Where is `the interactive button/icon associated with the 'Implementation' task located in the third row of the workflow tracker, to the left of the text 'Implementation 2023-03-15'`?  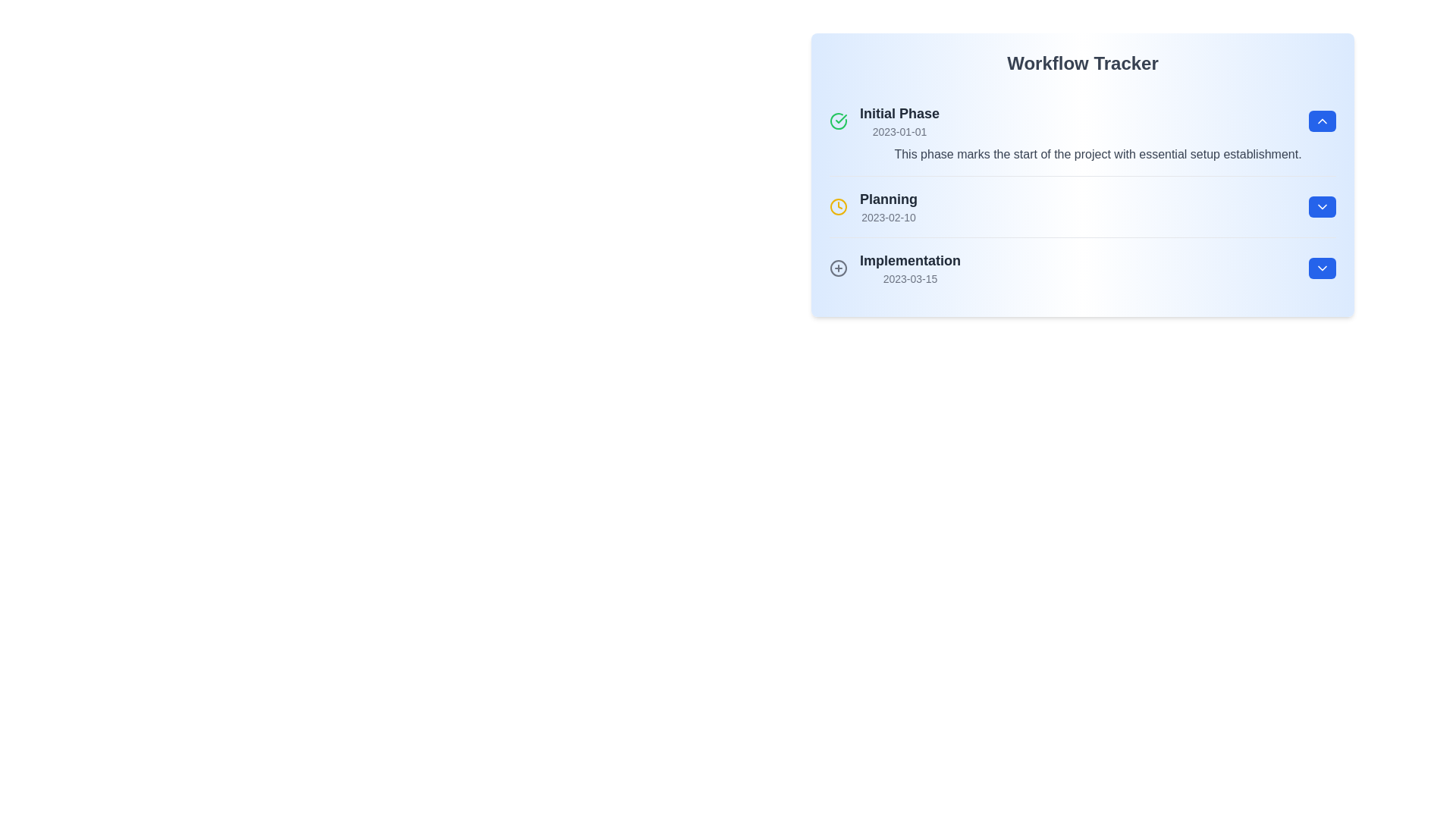
the interactive button/icon associated with the 'Implementation' task located in the third row of the workflow tracker, to the left of the text 'Implementation 2023-03-15' is located at coordinates (837, 268).